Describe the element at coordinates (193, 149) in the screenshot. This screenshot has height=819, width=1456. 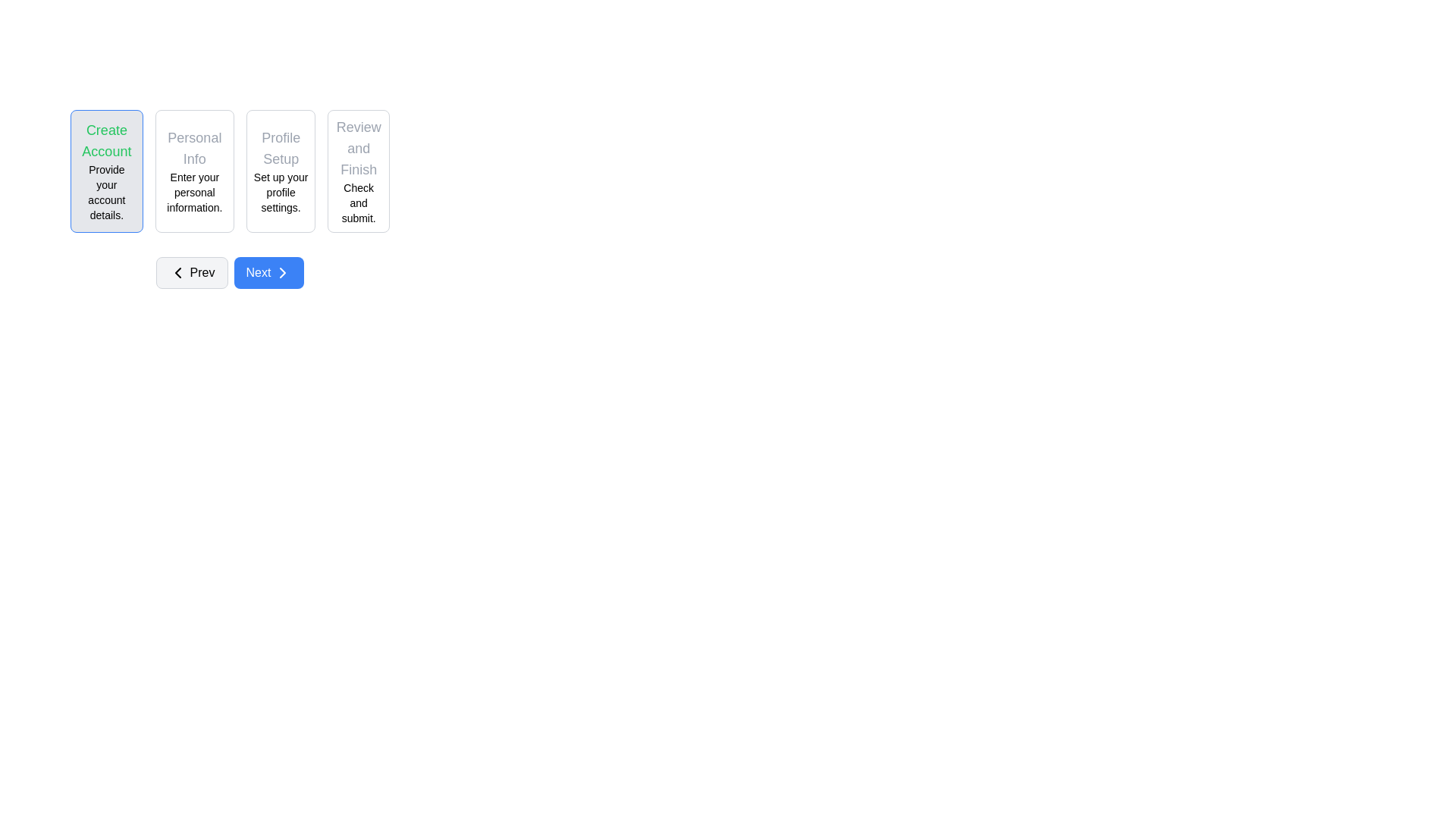
I see `the static text header located in the second box from the left, which identifies the context of the step above the text 'Enter your personal information'` at that location.